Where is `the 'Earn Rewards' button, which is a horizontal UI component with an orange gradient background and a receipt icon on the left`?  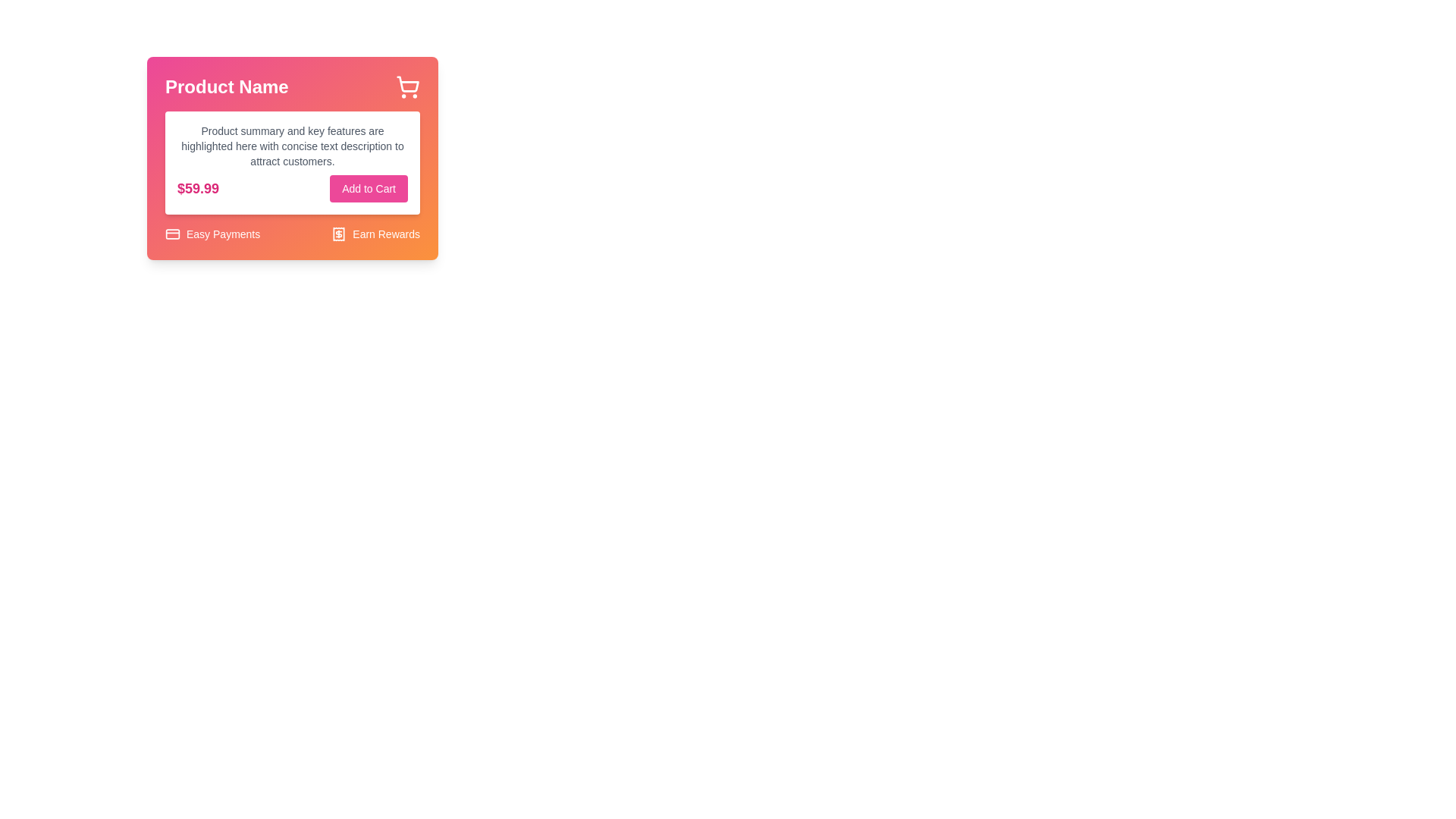 the 'Earn Rewards' button, which is a horizontal UI component with an orange gradient background and a receipt icon on the left is located at coordinates (375, 234).